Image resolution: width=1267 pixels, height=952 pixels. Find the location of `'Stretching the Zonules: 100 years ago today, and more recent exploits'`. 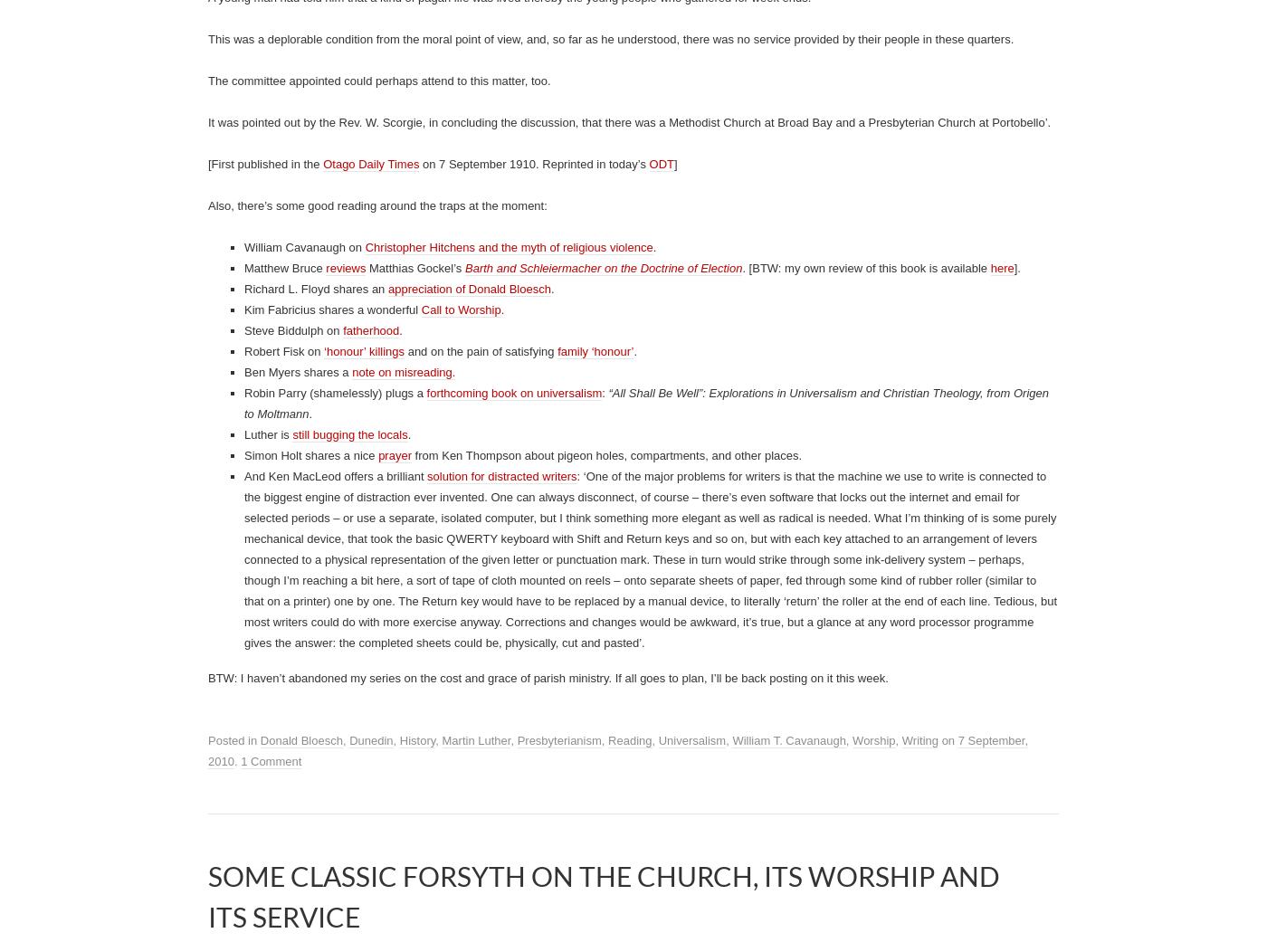

'Stretching the Zonules: 100 years ago today, and more recent exploits' is located at coordinates (614, 323).